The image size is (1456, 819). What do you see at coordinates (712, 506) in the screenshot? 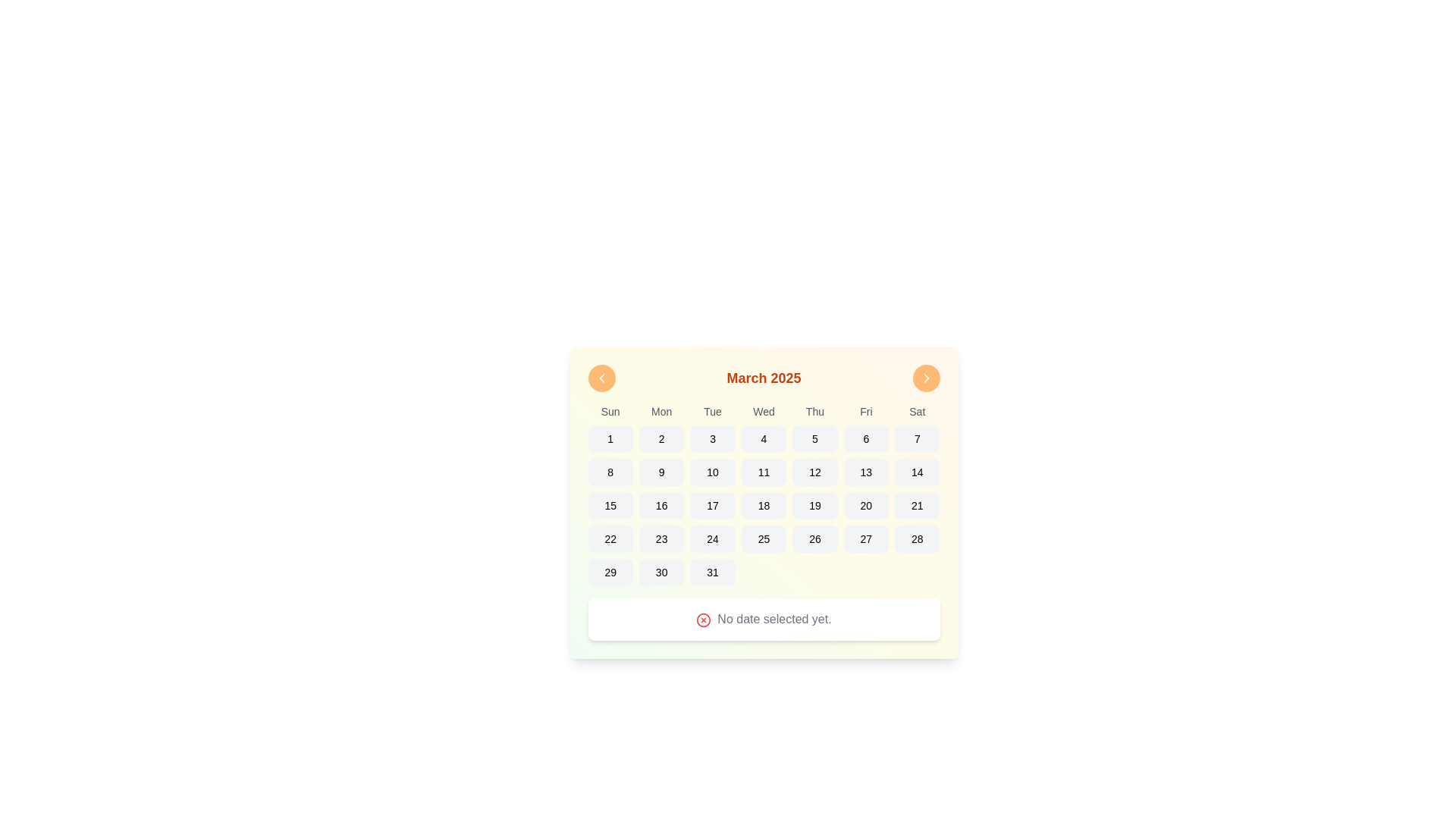
I see `the button representing Tuesday, March 17, 2025 in the calendar to change its background color` at bounding box center [712, 506].